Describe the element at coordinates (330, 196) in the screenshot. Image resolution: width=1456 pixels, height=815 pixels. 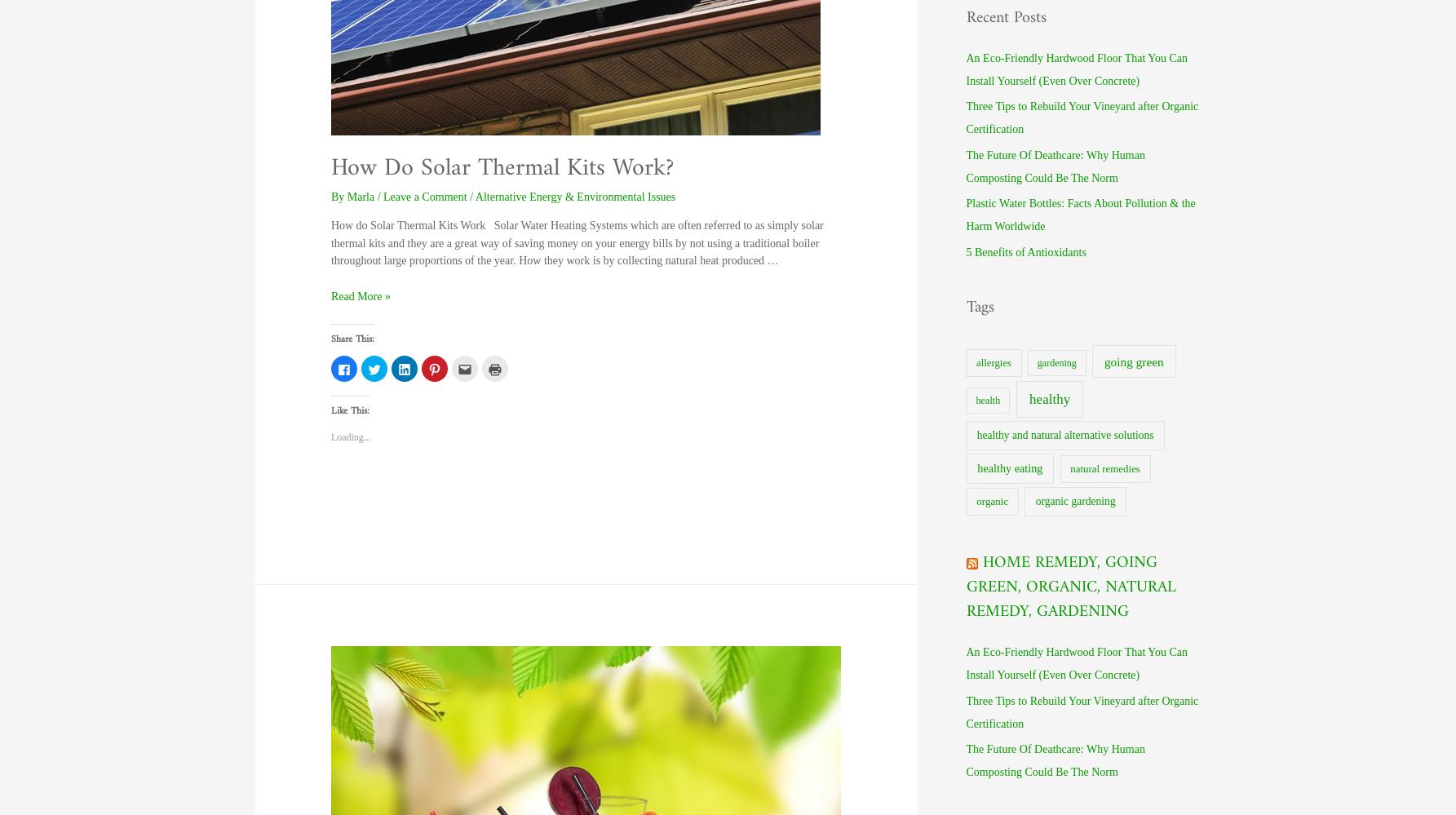
I see `'By'` at that location.